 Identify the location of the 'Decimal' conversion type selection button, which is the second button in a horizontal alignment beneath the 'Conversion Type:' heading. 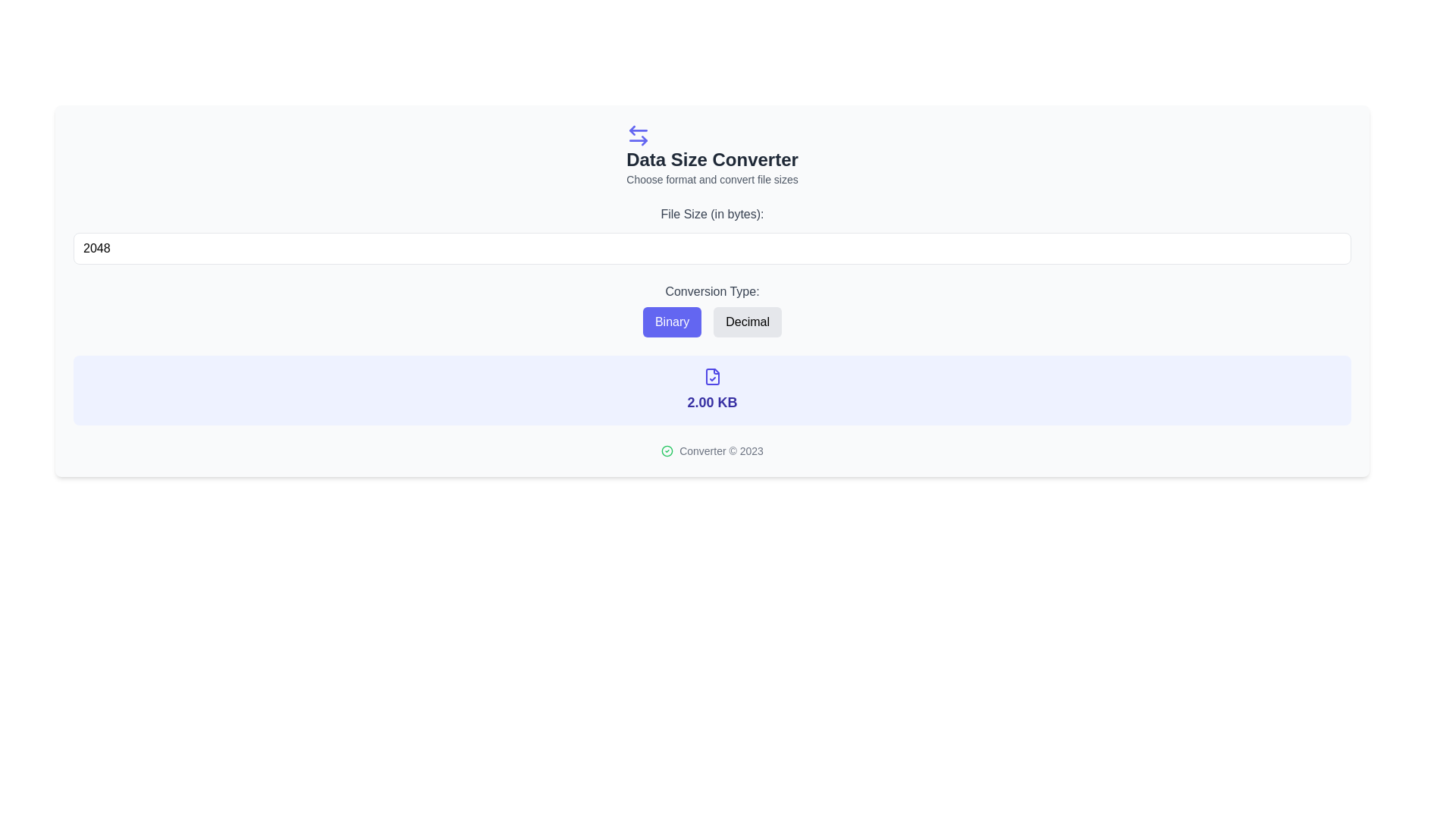
(748, 321).